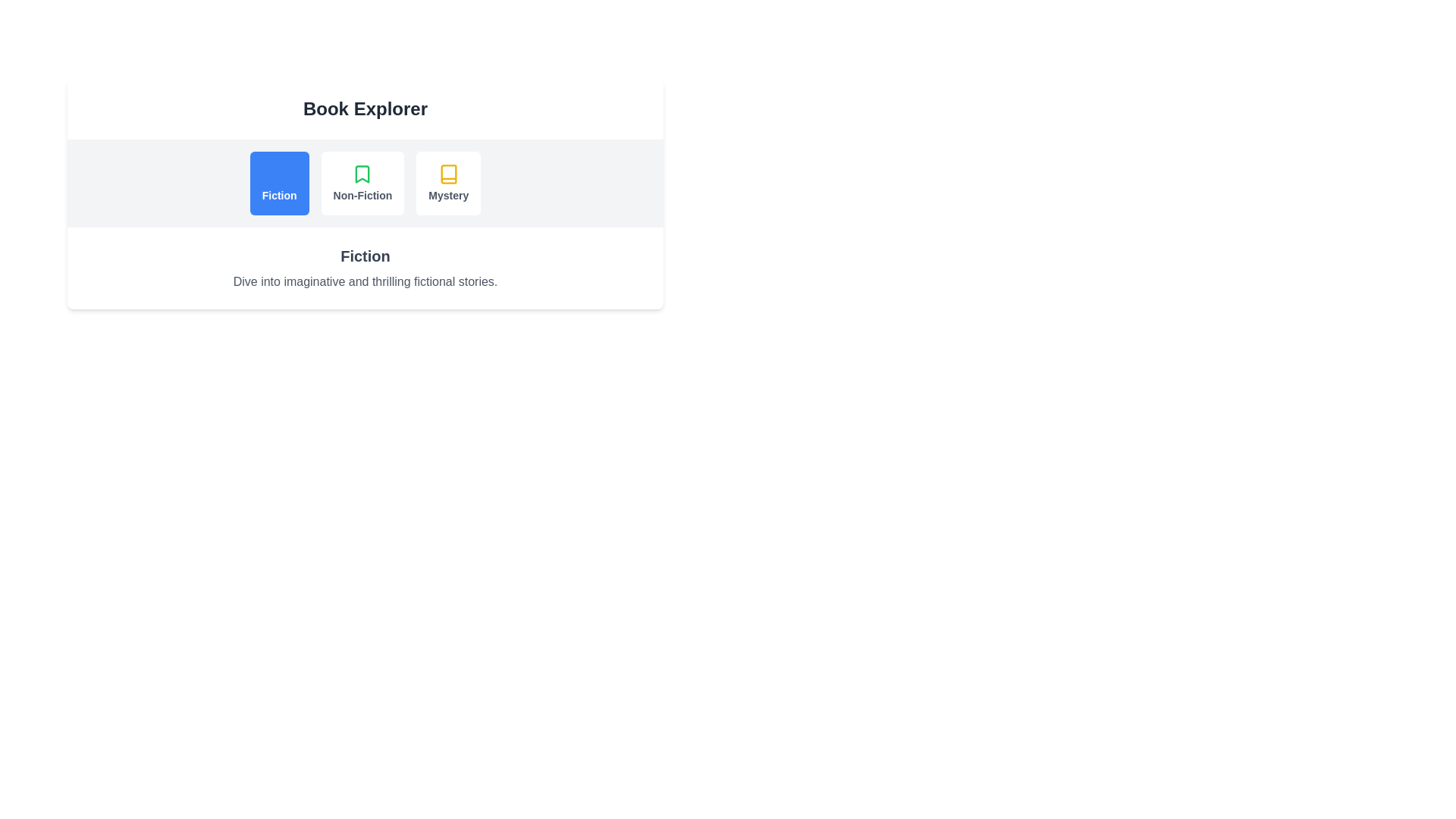  I want to click on the tab labeled Mystery to activate it, so click(447, 183).